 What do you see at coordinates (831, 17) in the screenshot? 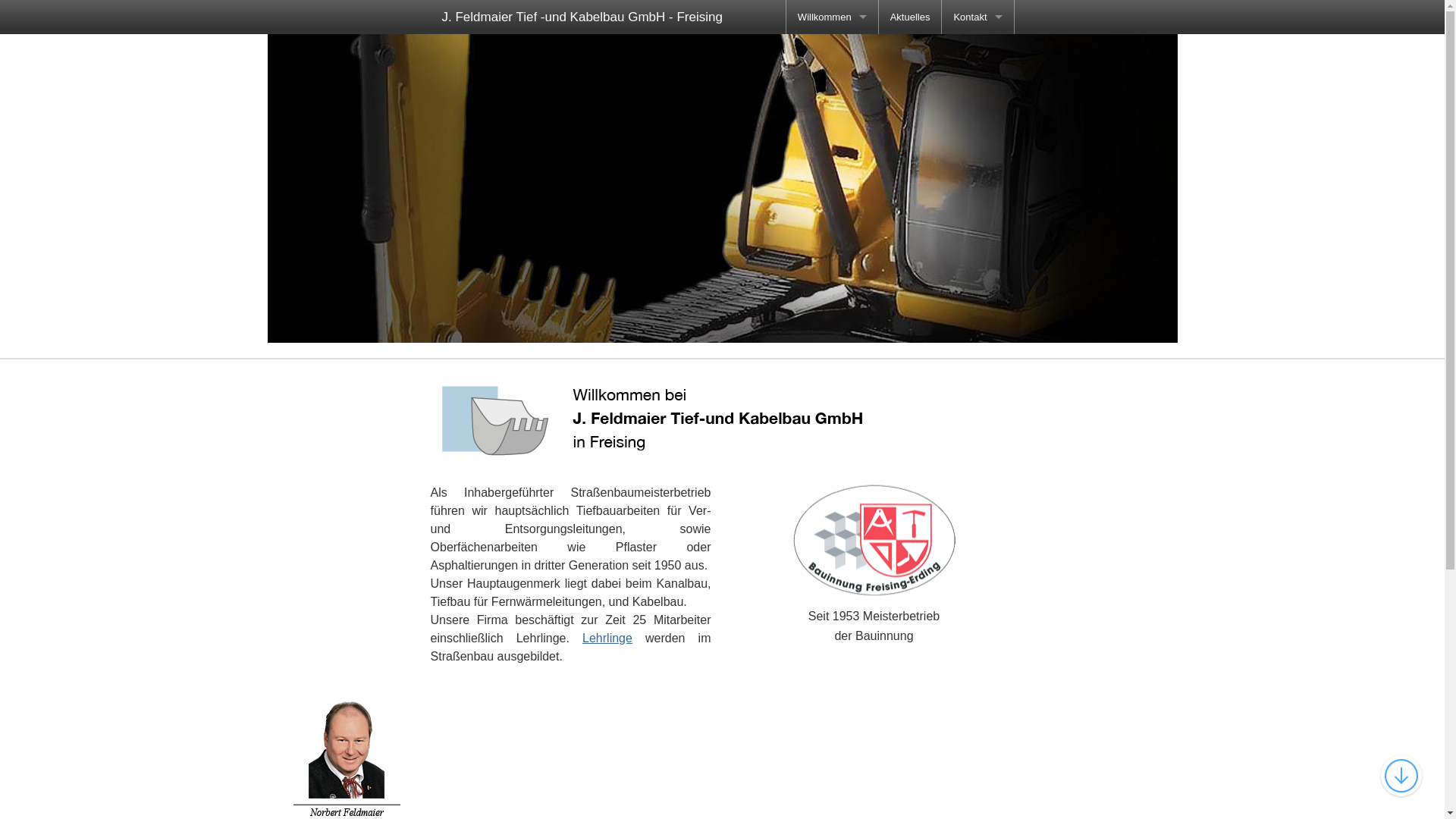
I see `'Willkommen'` at bounding box center [831, 17].